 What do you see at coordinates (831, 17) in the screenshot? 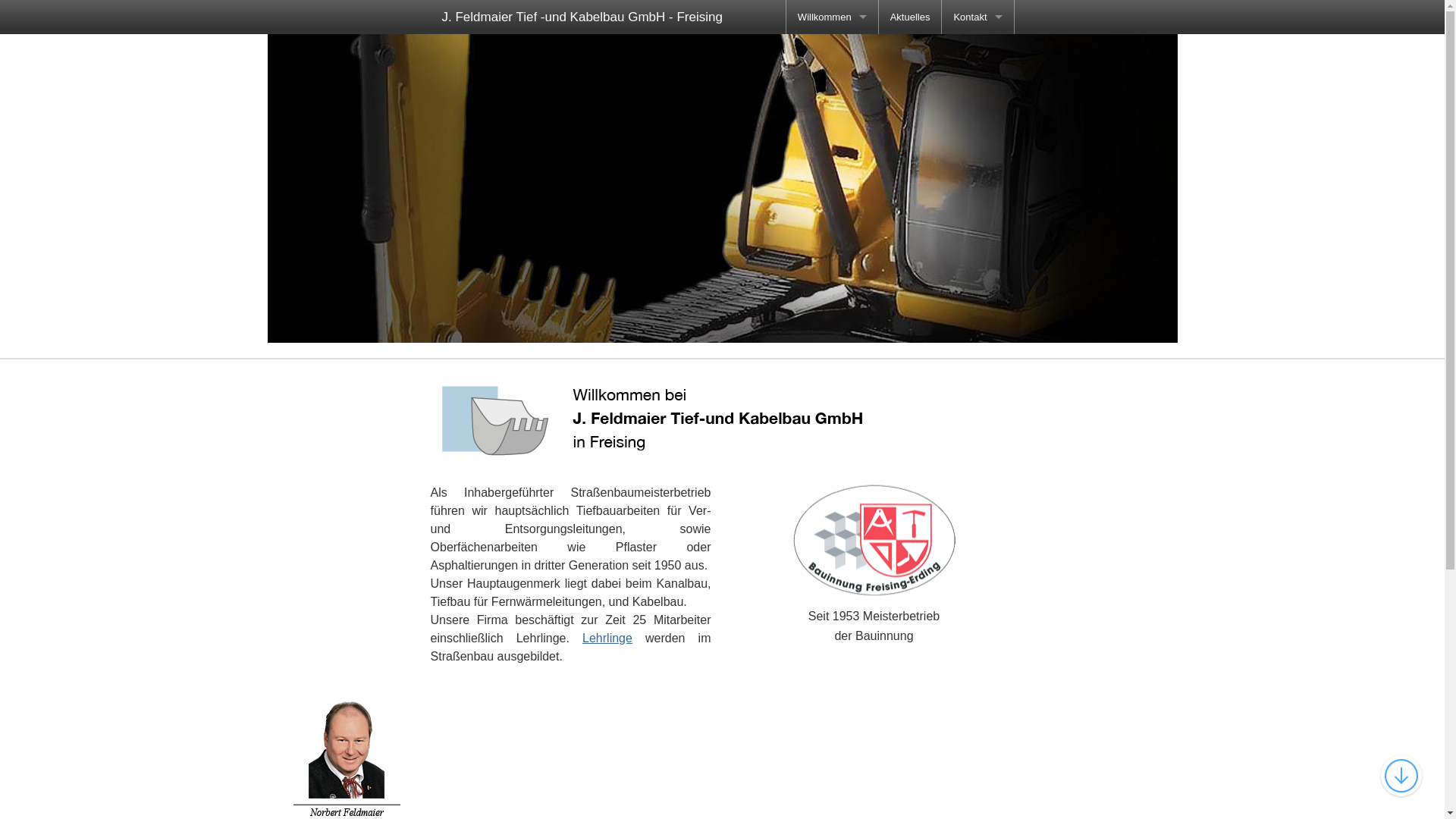
I see `'Willkommen'` at bounding box center [831, 17].